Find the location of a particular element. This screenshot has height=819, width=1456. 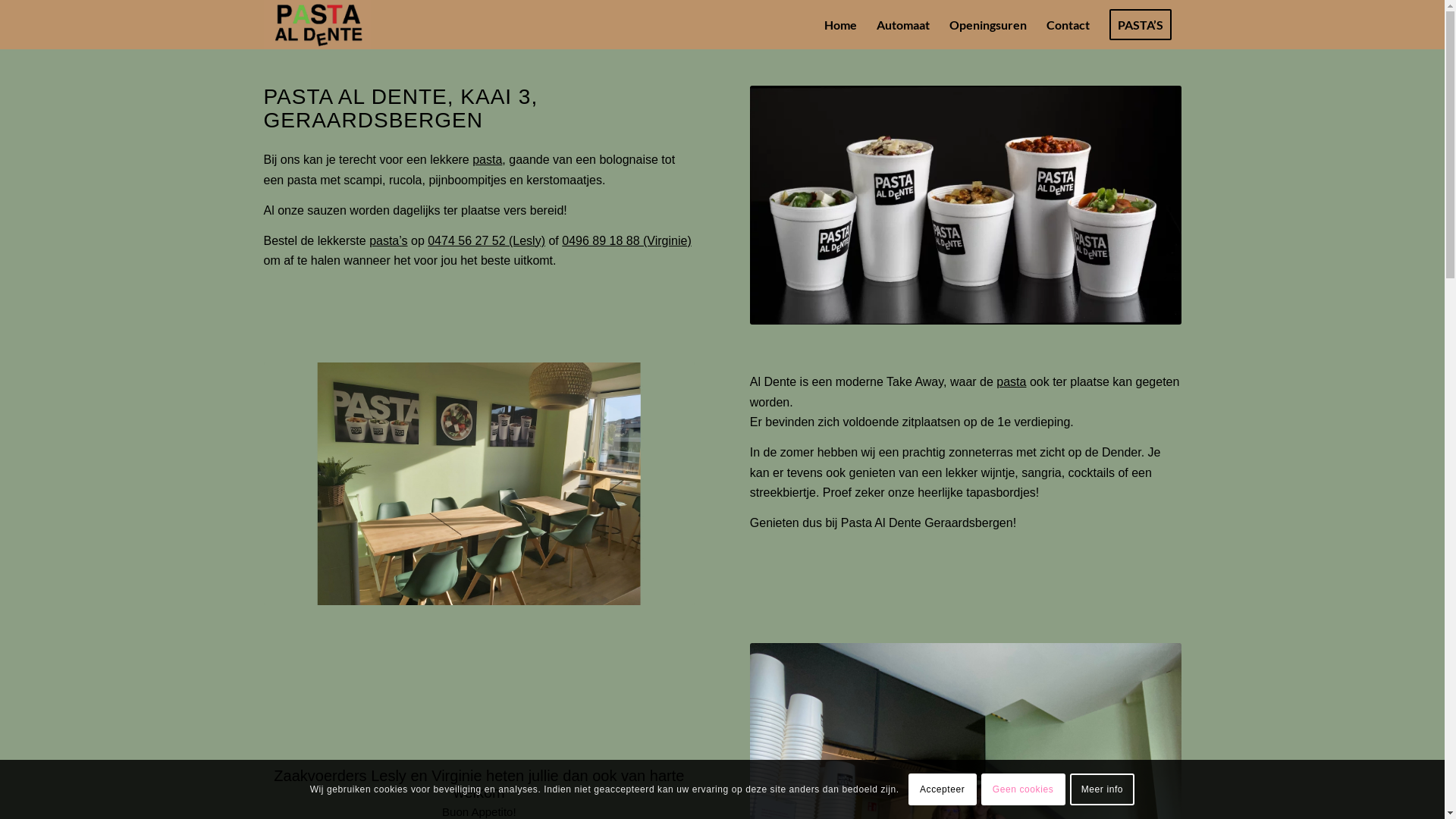

'Accepteer' is located at coordinates (942, 789).